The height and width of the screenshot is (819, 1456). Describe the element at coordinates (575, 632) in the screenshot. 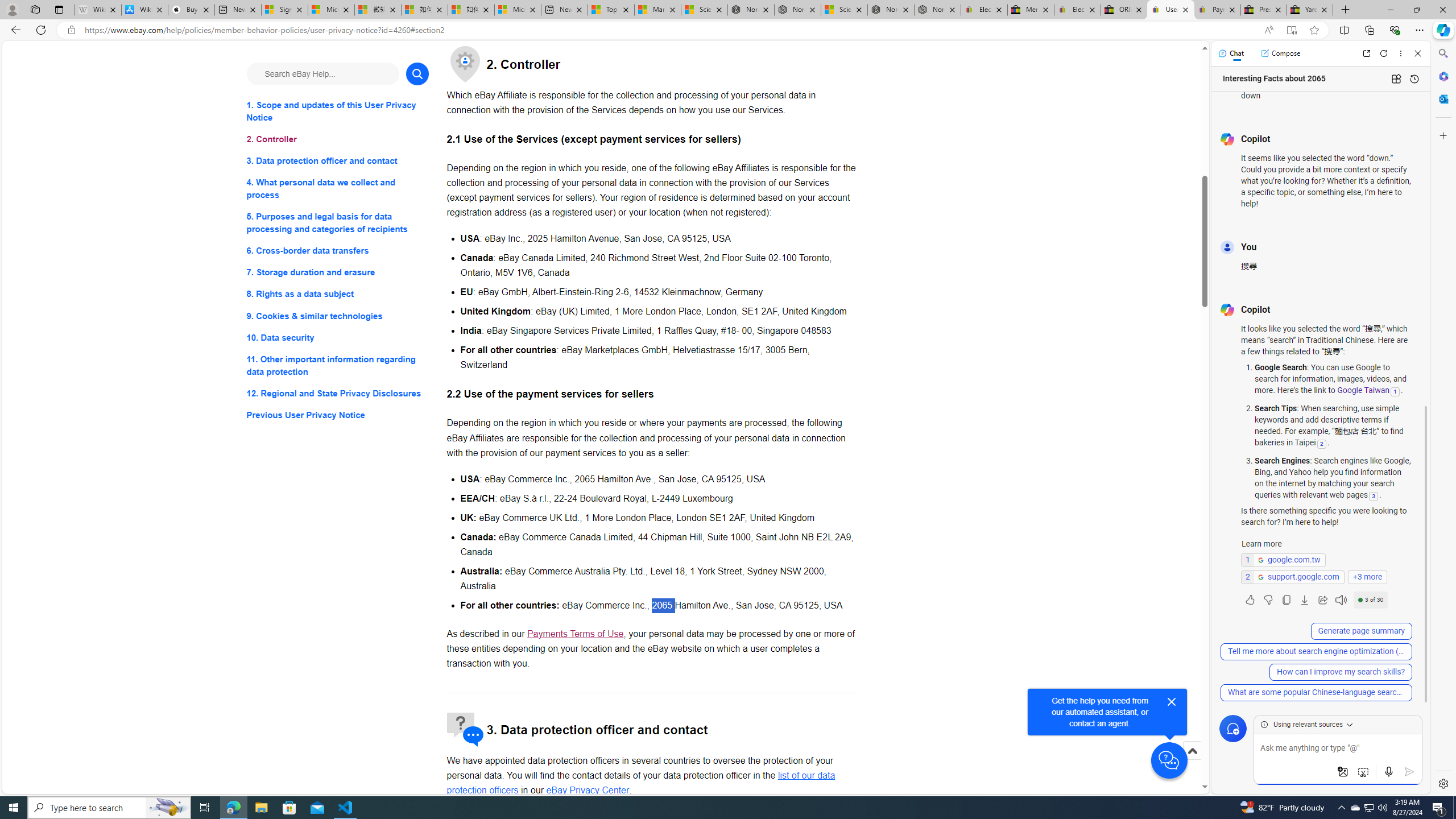

I see `'Payments Terms of Use - opens in new window or tab'` at that location.